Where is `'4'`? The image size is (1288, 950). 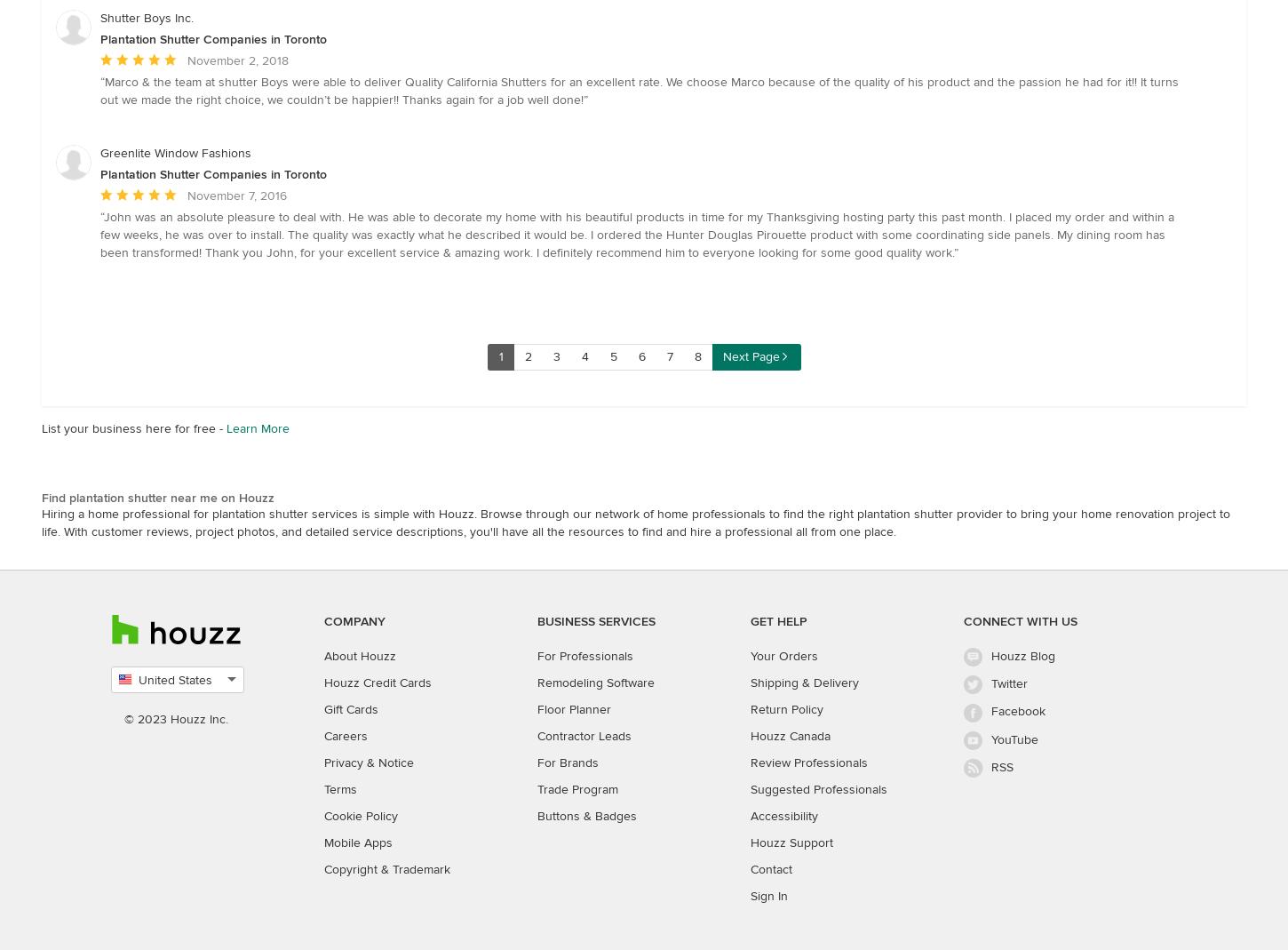
'4' is located at coordinates (584, 355).